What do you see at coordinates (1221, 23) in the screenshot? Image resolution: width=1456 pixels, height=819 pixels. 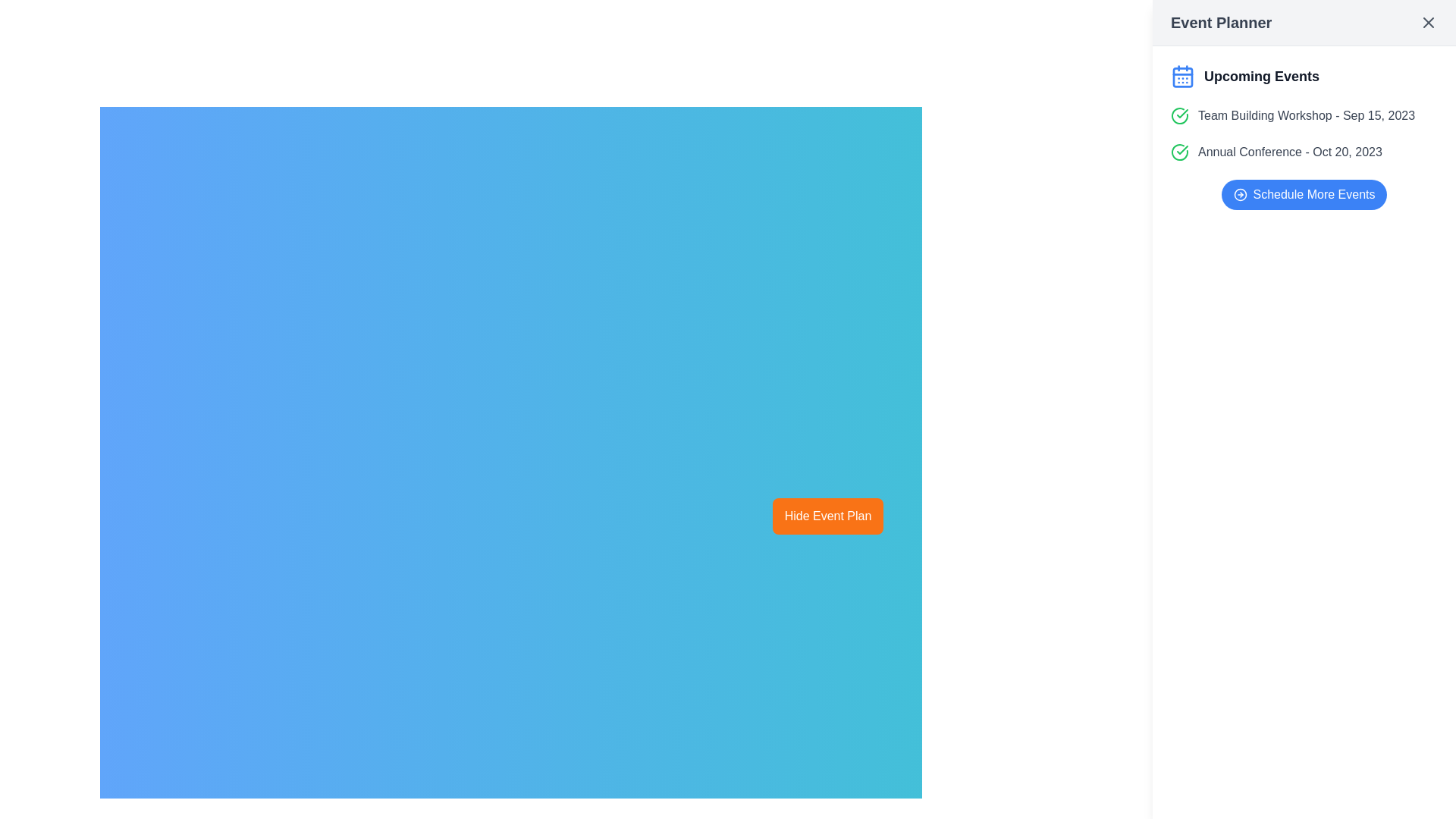 I see `the text label that serves as the title or heading for the section, located in the top-right corner of the interface` at bounding box center [1221, 23].